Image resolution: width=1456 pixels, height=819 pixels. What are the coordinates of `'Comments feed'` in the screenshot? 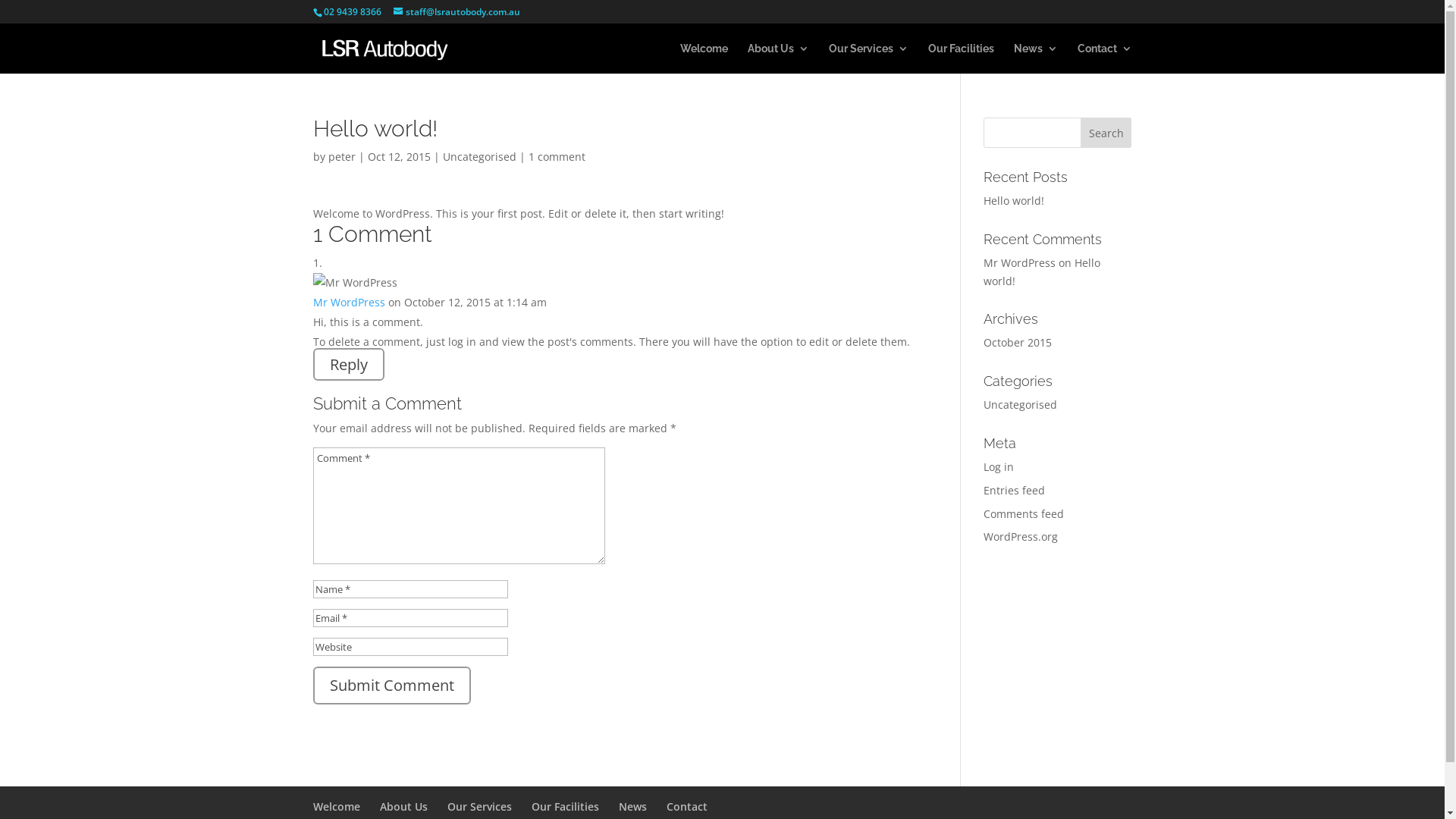 It's located at (1023, 513).